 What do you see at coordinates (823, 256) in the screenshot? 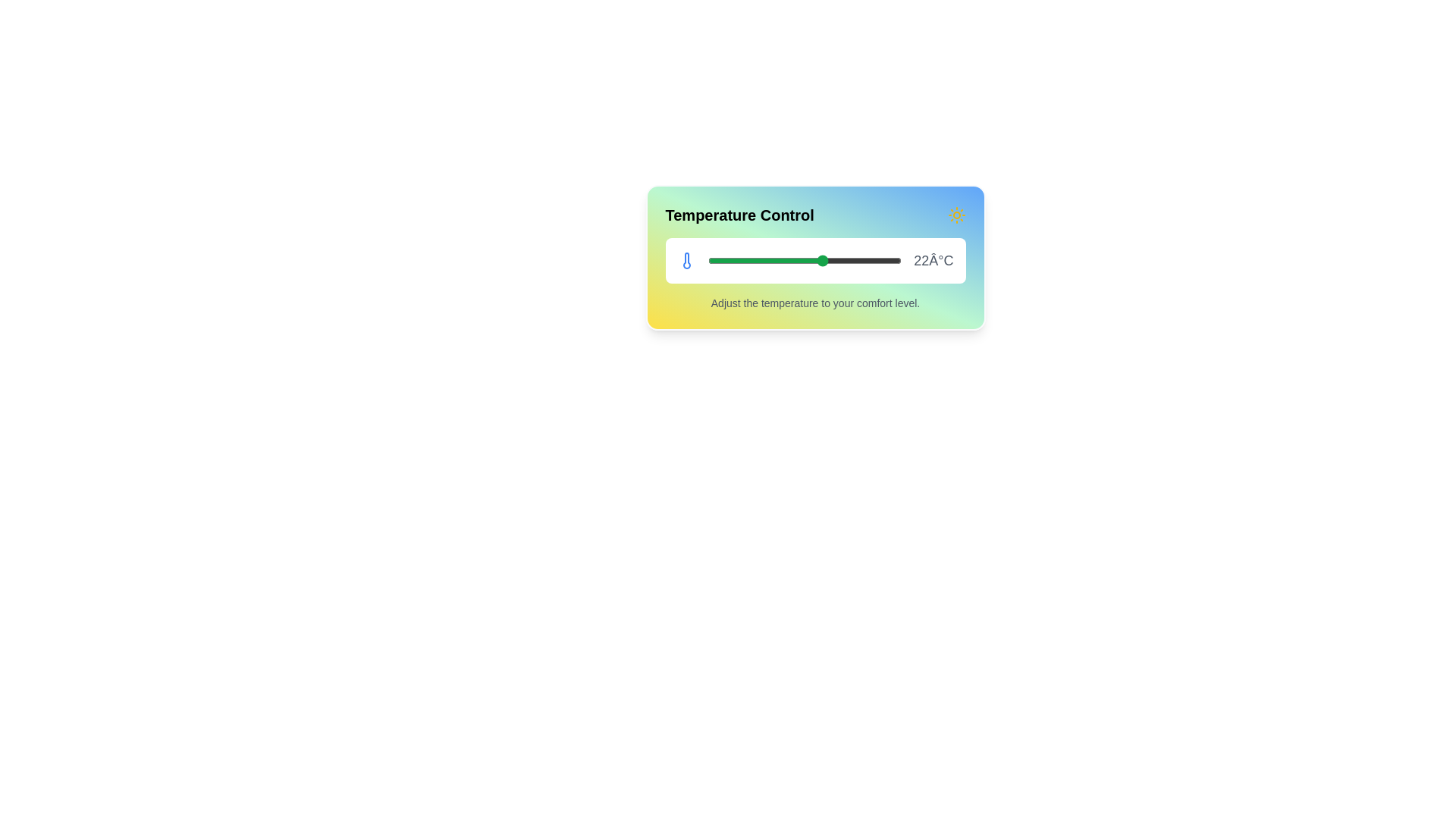
I see `the temperature` at bounding box center [823, 256].